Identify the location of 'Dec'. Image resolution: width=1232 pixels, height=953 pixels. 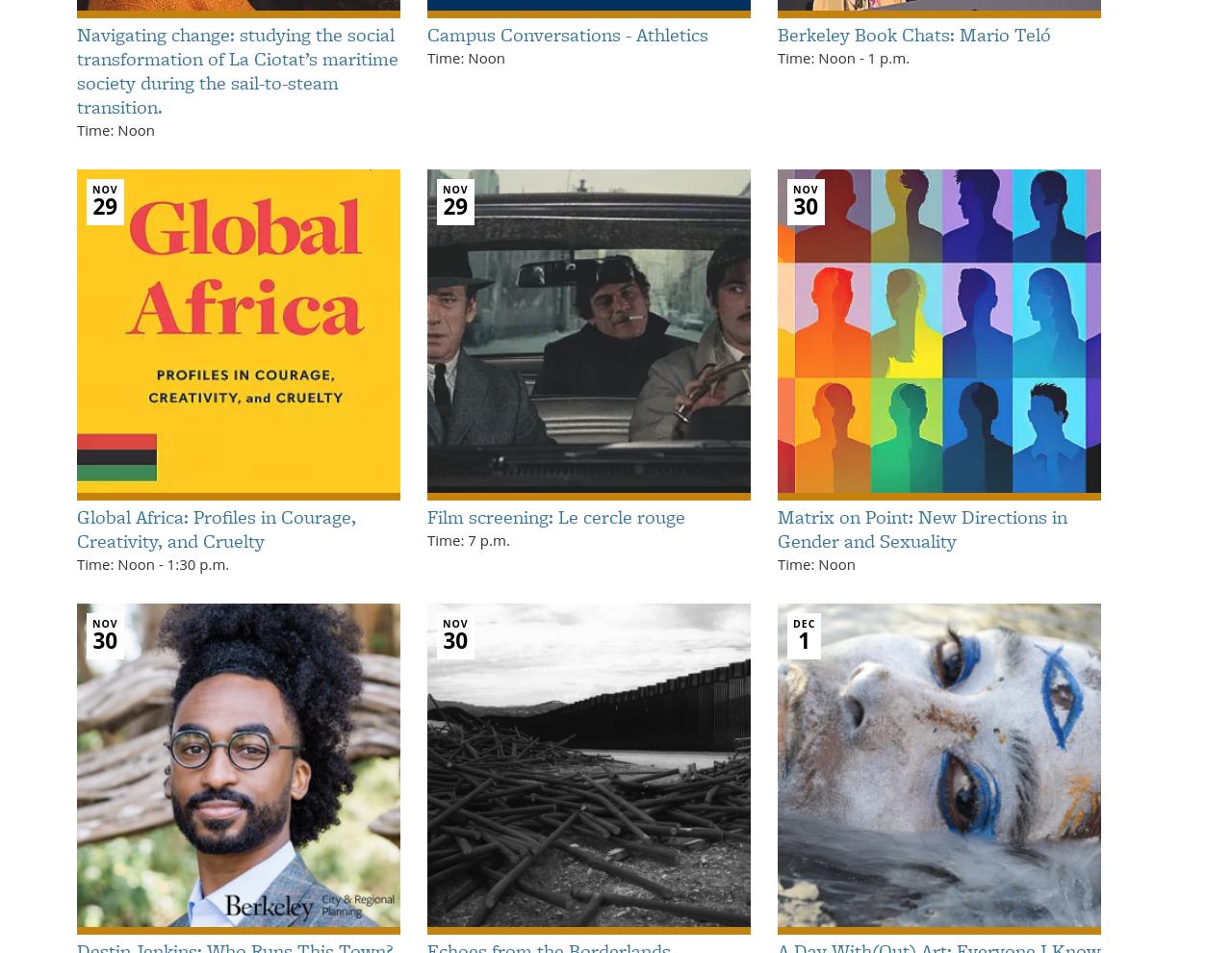
(804, 622).